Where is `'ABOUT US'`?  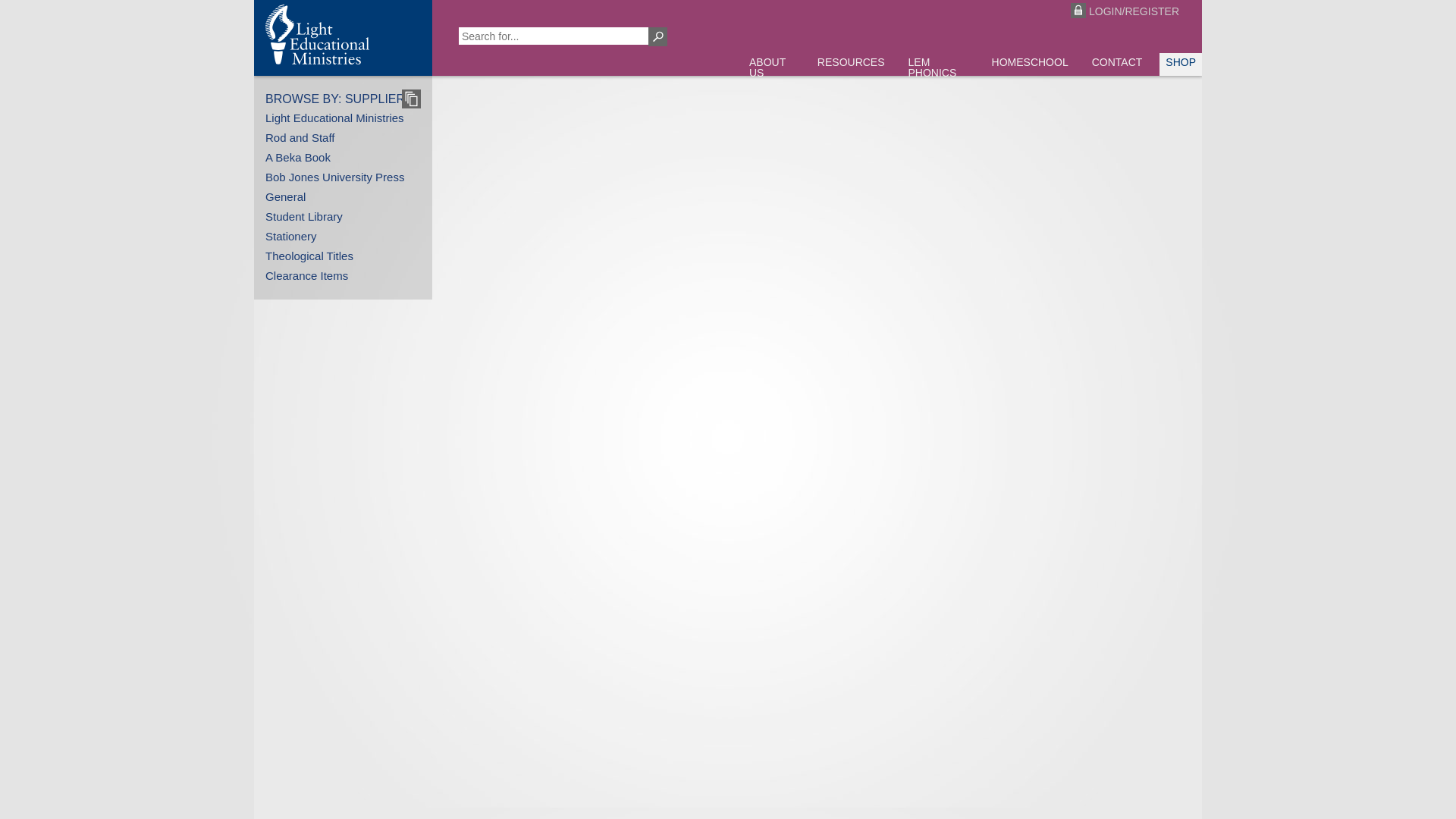
'ABOUT US' is located at coordinates (771, 70).